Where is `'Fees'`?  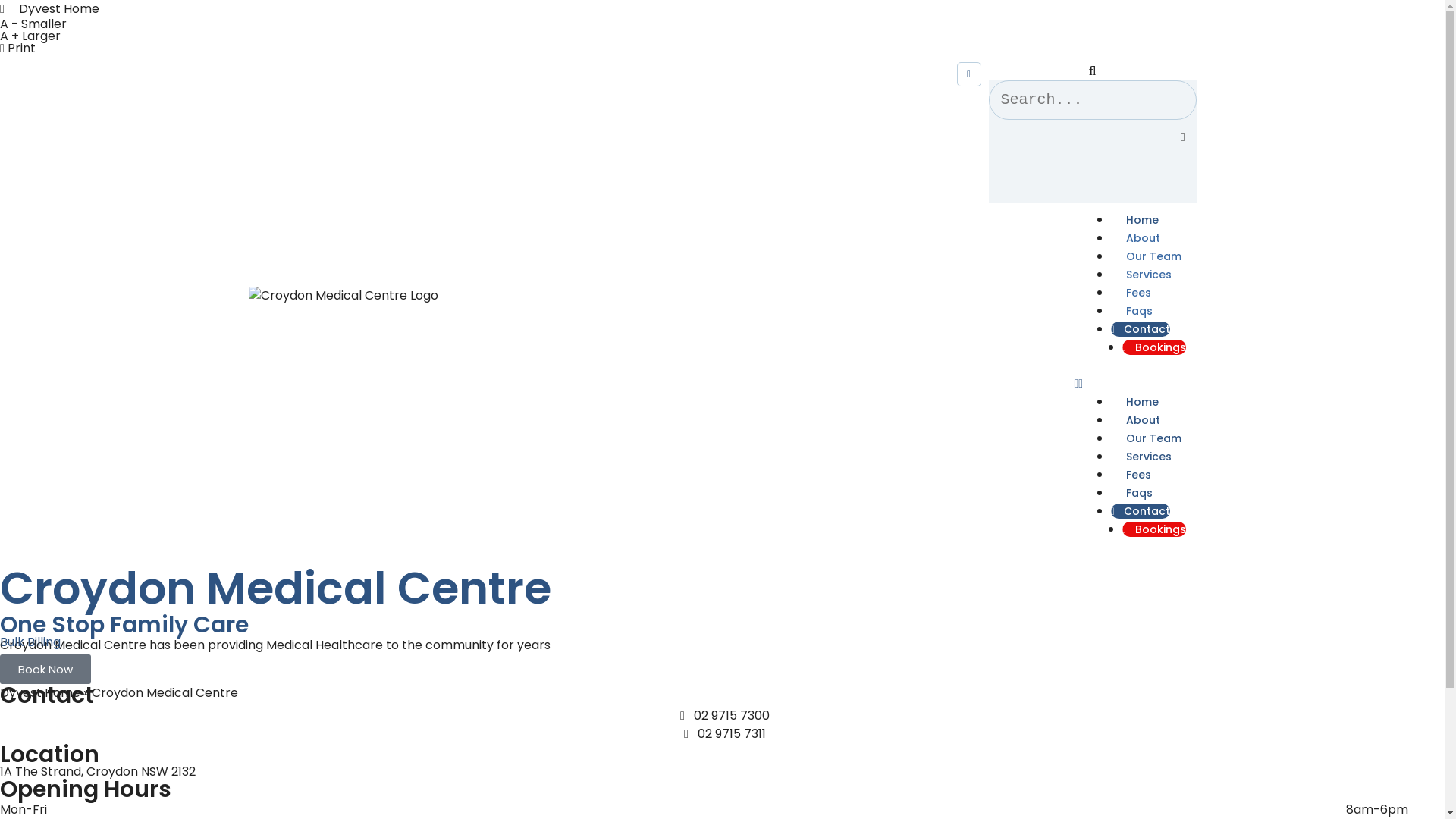
'Fees' is located at coordinates (1125, 475).